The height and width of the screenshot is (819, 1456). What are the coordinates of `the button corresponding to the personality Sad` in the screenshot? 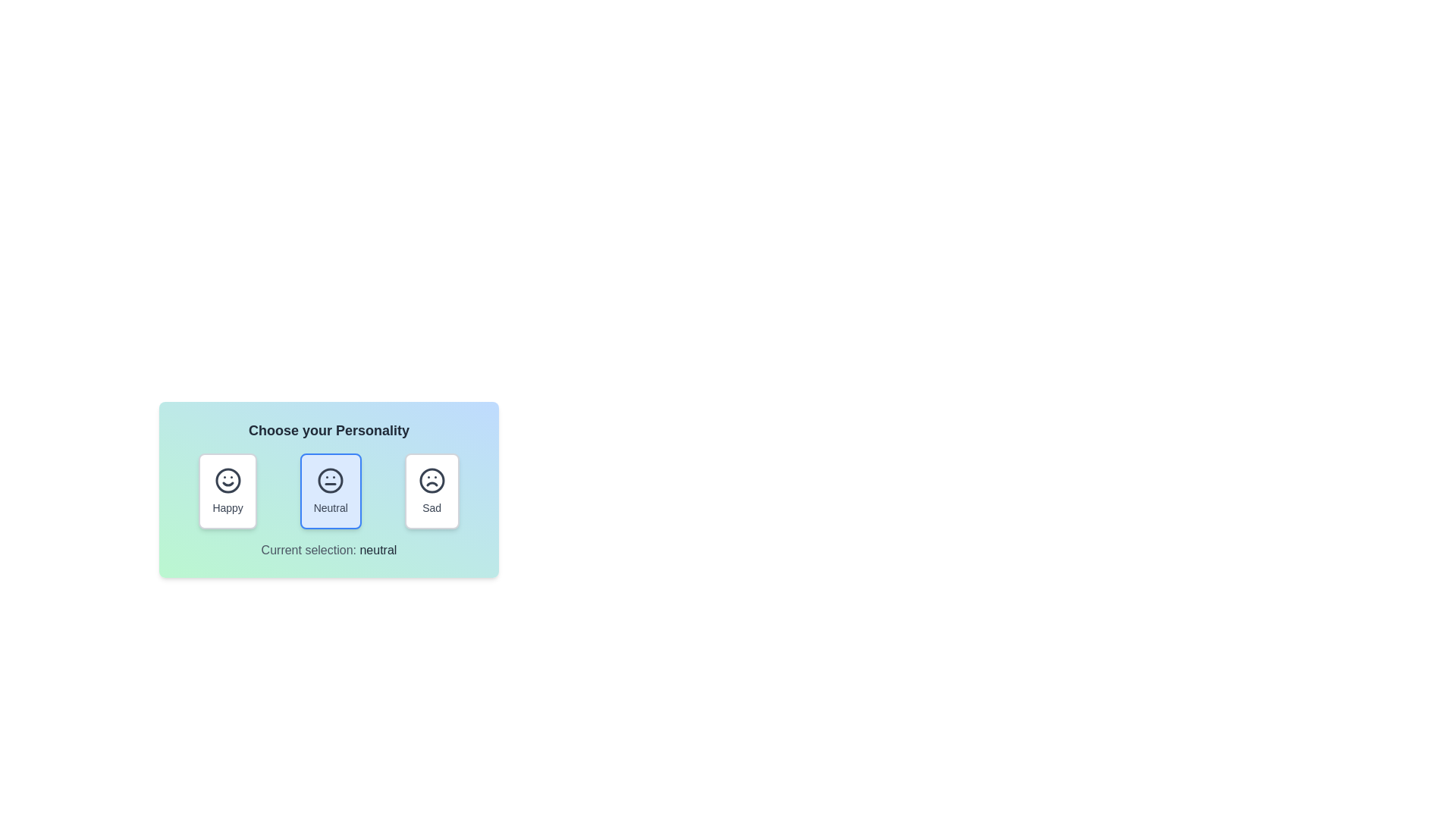 It's located at (431, 491).